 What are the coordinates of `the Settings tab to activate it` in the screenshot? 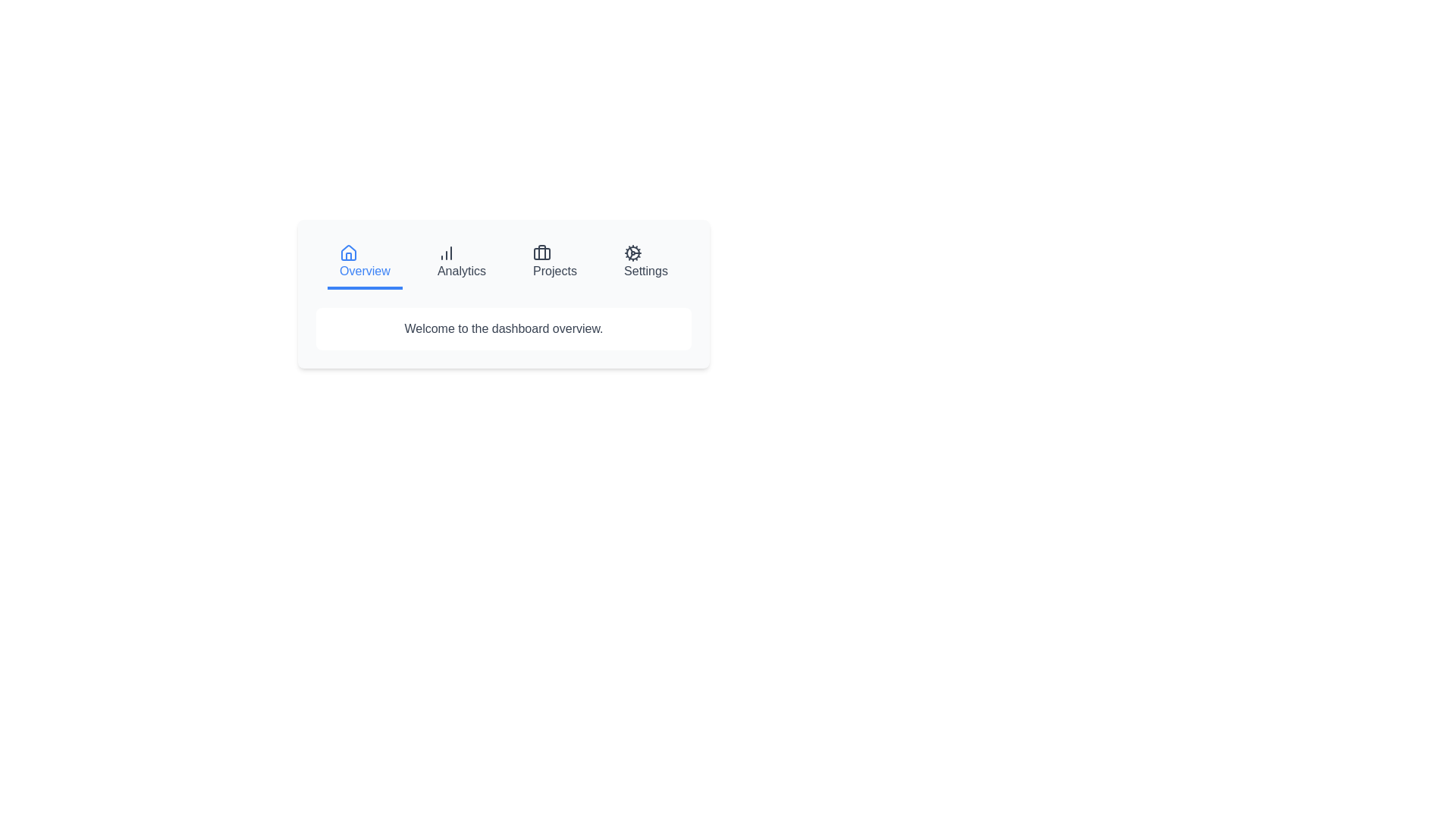 It's located at (645, 262).